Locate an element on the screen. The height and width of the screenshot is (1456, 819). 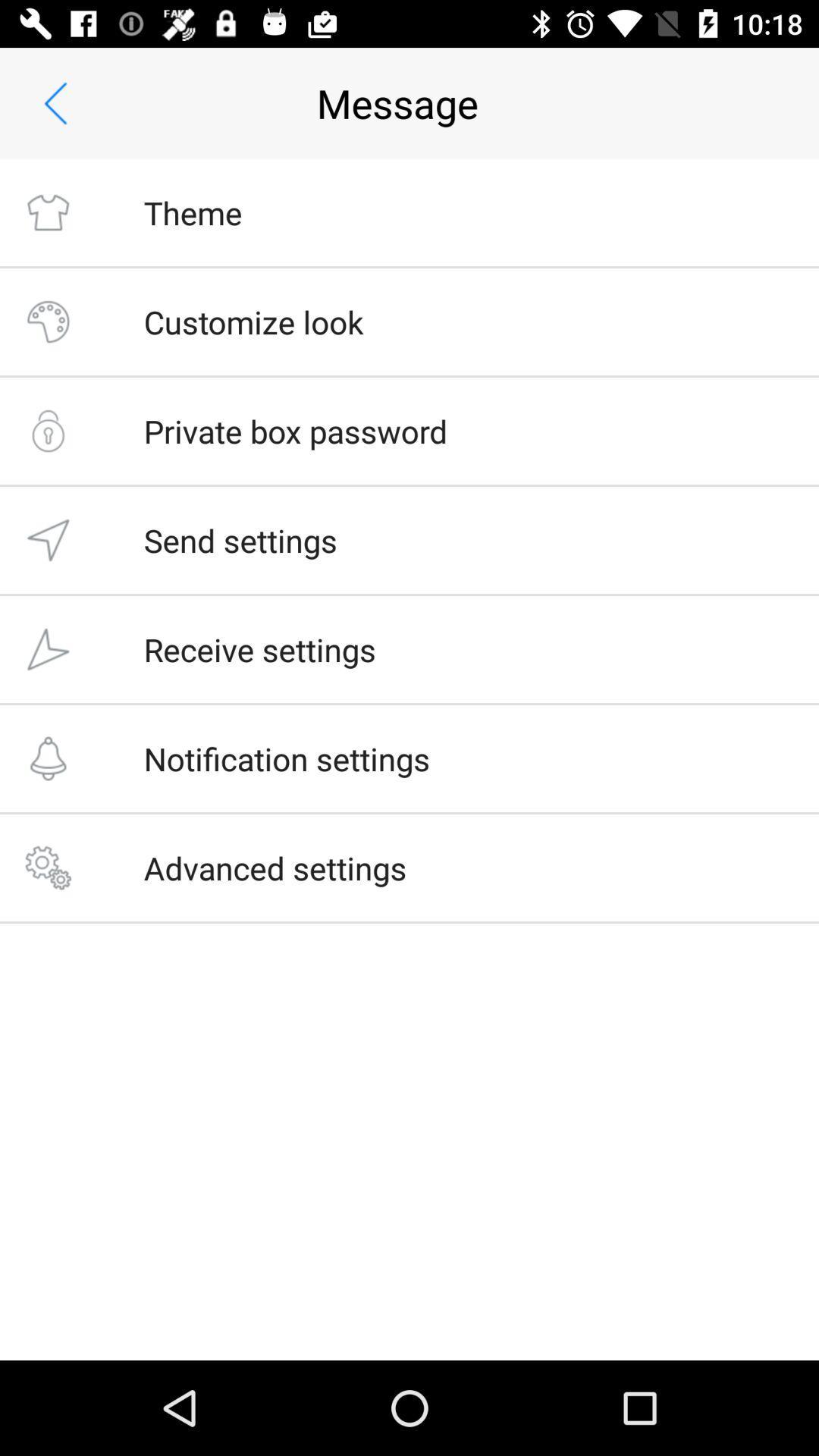
receive settings item is located at coordinates (259, 649).